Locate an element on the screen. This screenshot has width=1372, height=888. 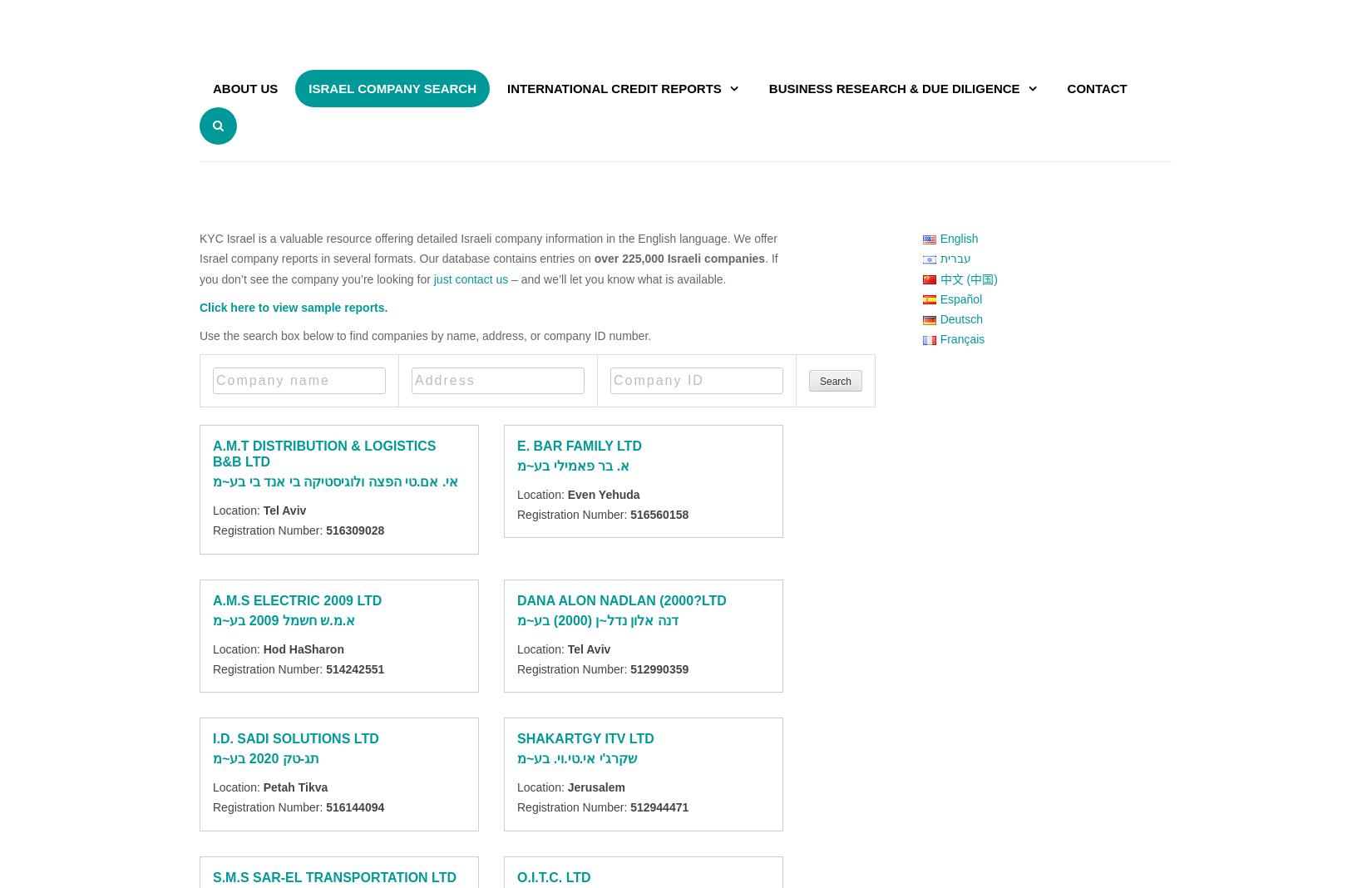
'אי. אם.טי הפצה ולוגיסטיקה בי אנד בי  בע~מ' is located at coordinates (335, 481).